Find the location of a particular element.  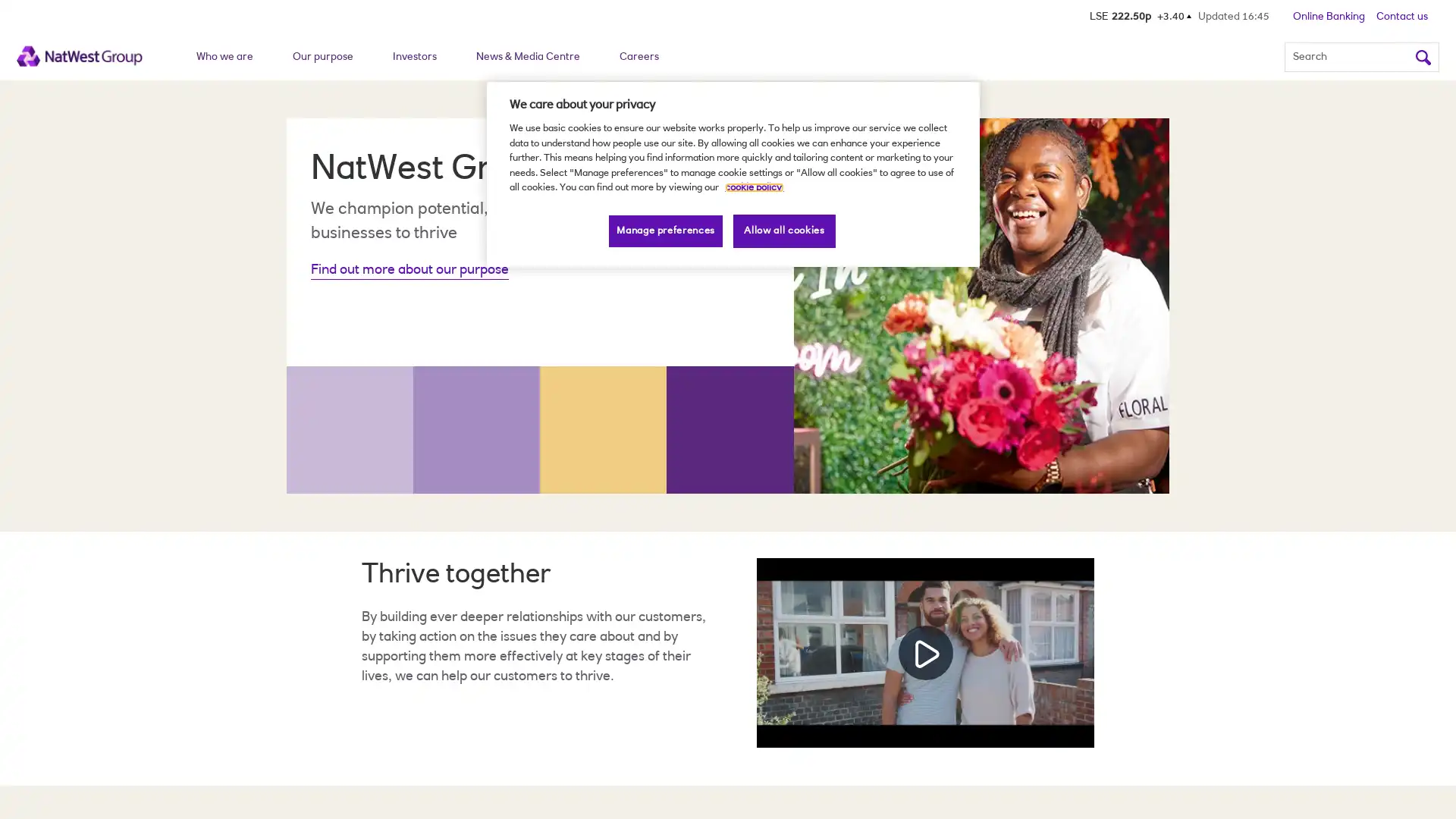

Manage preferences is located at coordinates (666, 231).